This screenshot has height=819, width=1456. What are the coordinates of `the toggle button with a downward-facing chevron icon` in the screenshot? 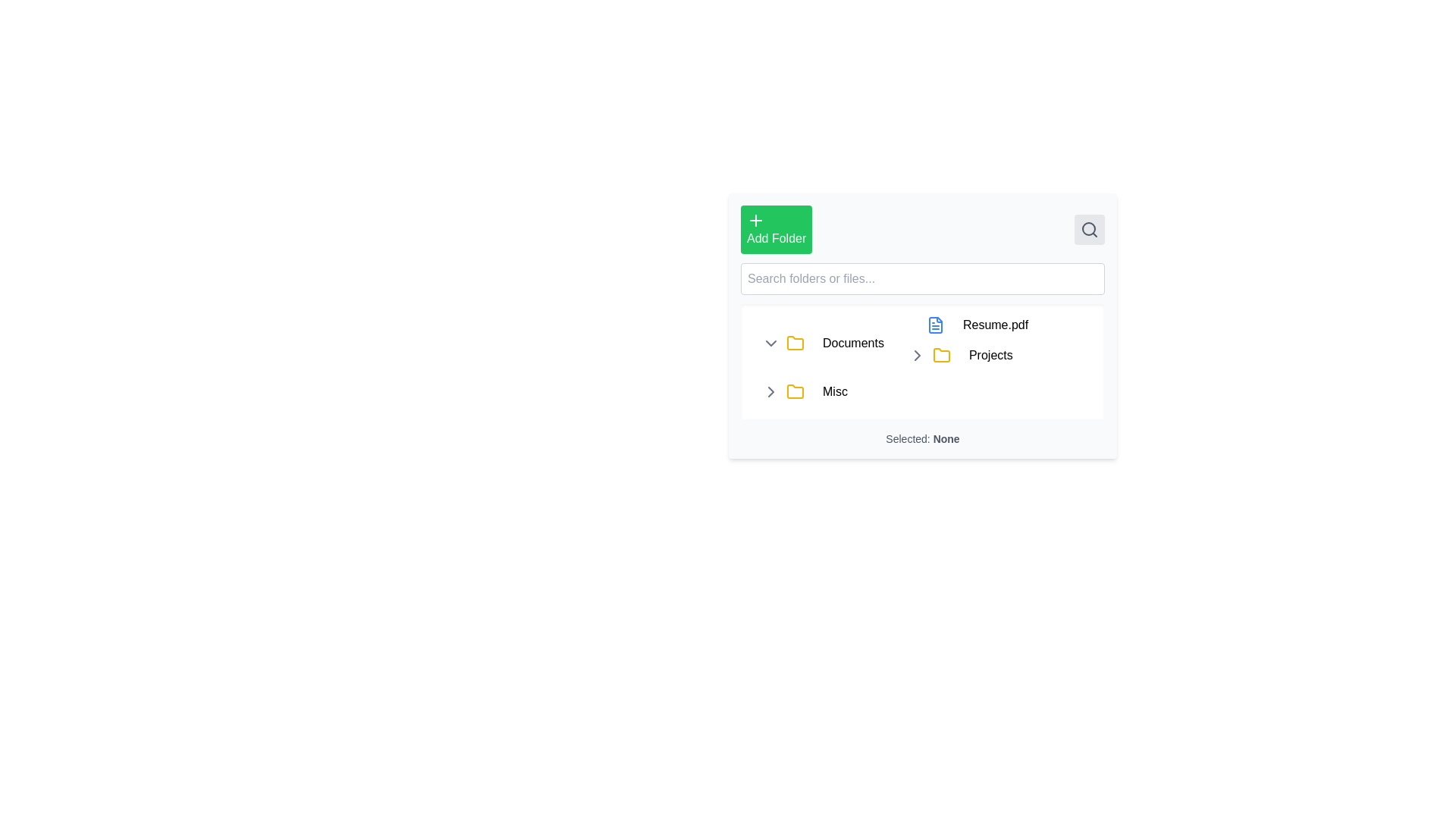 It's located at (771, 343).